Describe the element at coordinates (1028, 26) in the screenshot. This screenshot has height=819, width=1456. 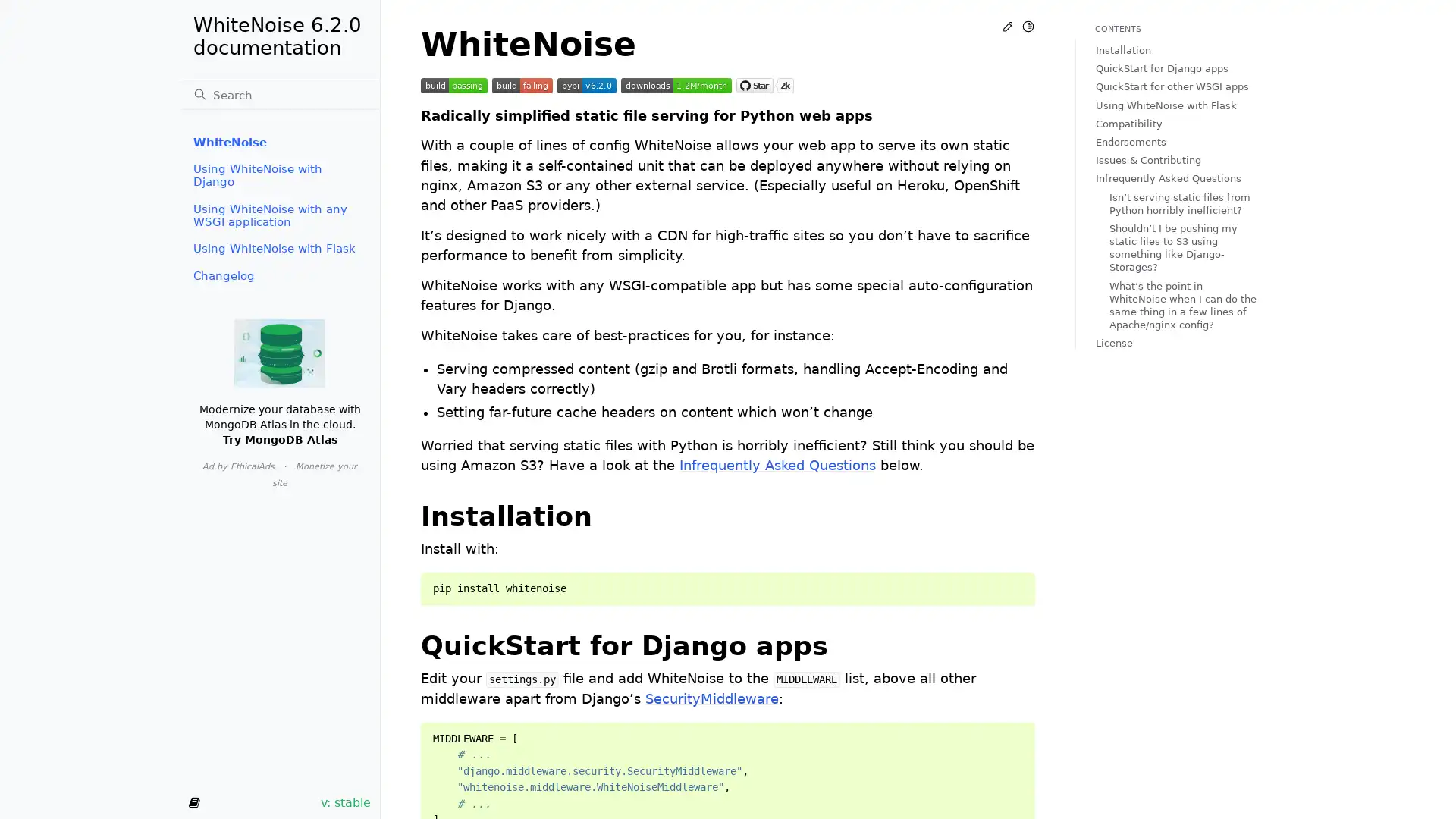
I see `Toggle Light / Dark / Auto color theme` at that location.